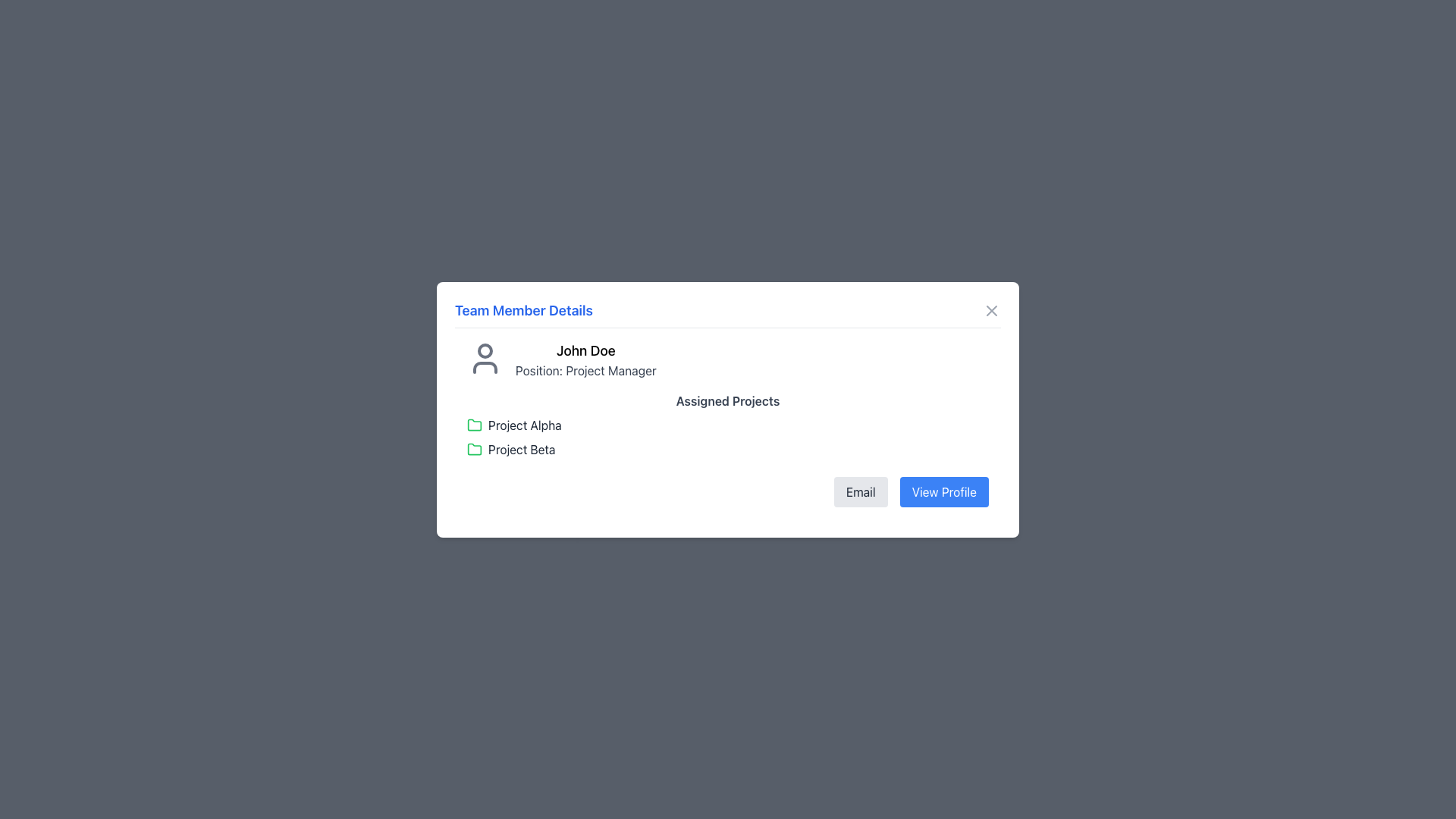 This screenshot has width=1456, height=819. What do you see at coordinates (473, 424) in the screenshot?
I see `the folder icon representing 'Project Alpha'` at bounding box center [473, 424].